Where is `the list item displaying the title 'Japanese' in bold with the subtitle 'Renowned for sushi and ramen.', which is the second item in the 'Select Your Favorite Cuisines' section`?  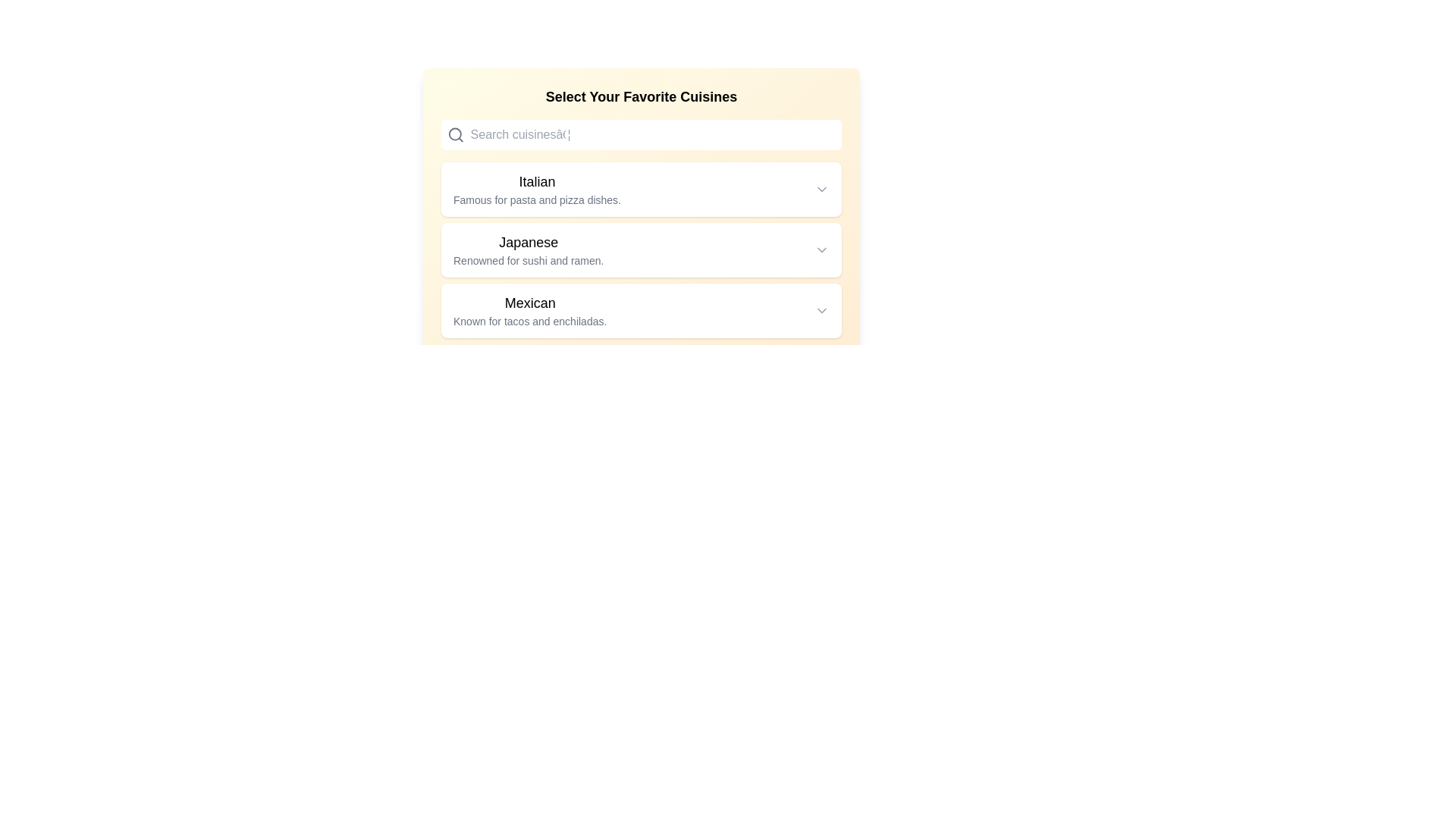 the list item displaying the title 'Japanese' in bold with the subtitle 'Renowned for sushi and ramen.', which is the second item in the 'Select Your Favorite Cuisines' section is located at coordinates (641, 249).